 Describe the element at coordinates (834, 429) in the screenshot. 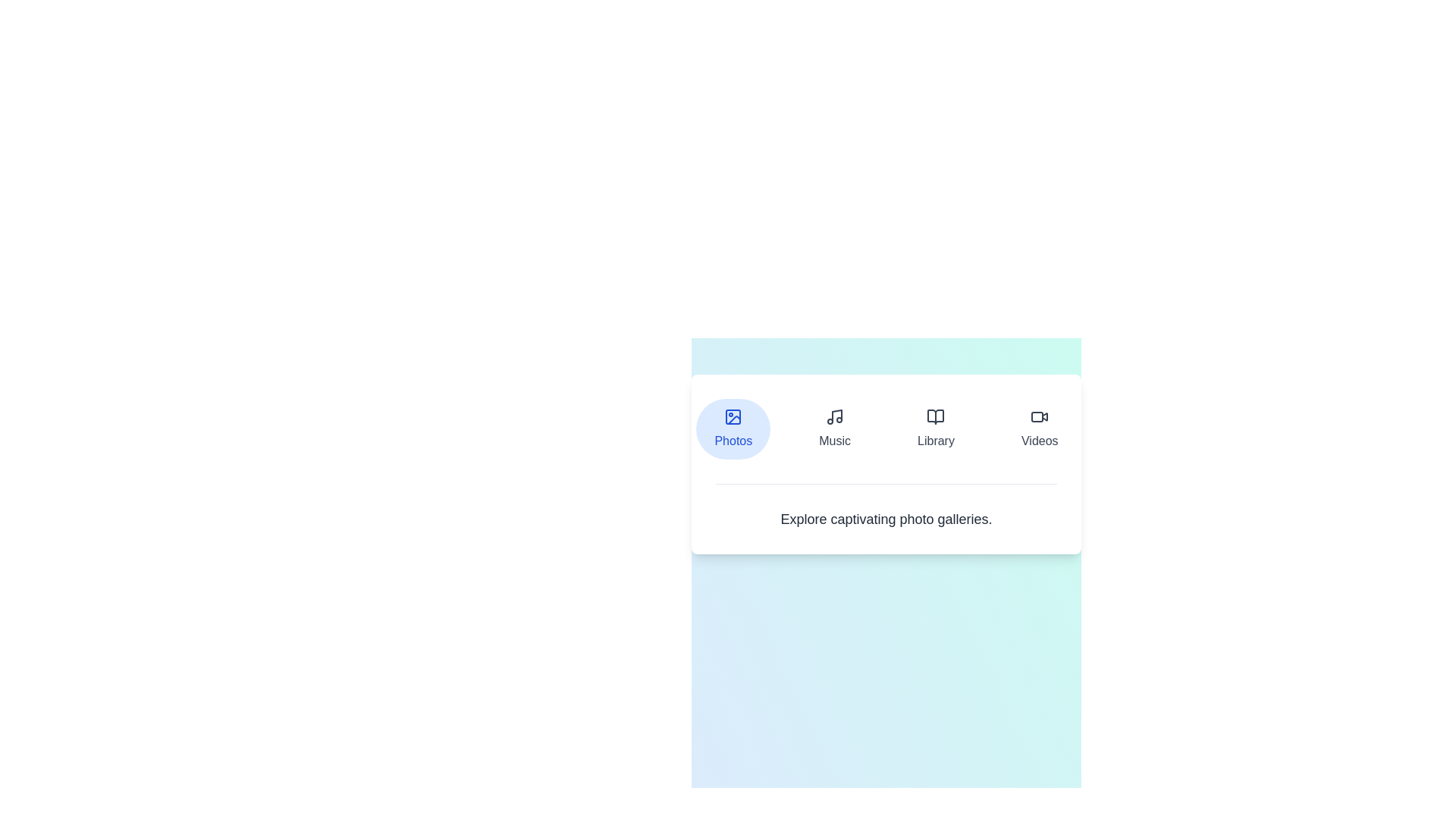

I see `the 'Music' button in the navigation menu` at that location.